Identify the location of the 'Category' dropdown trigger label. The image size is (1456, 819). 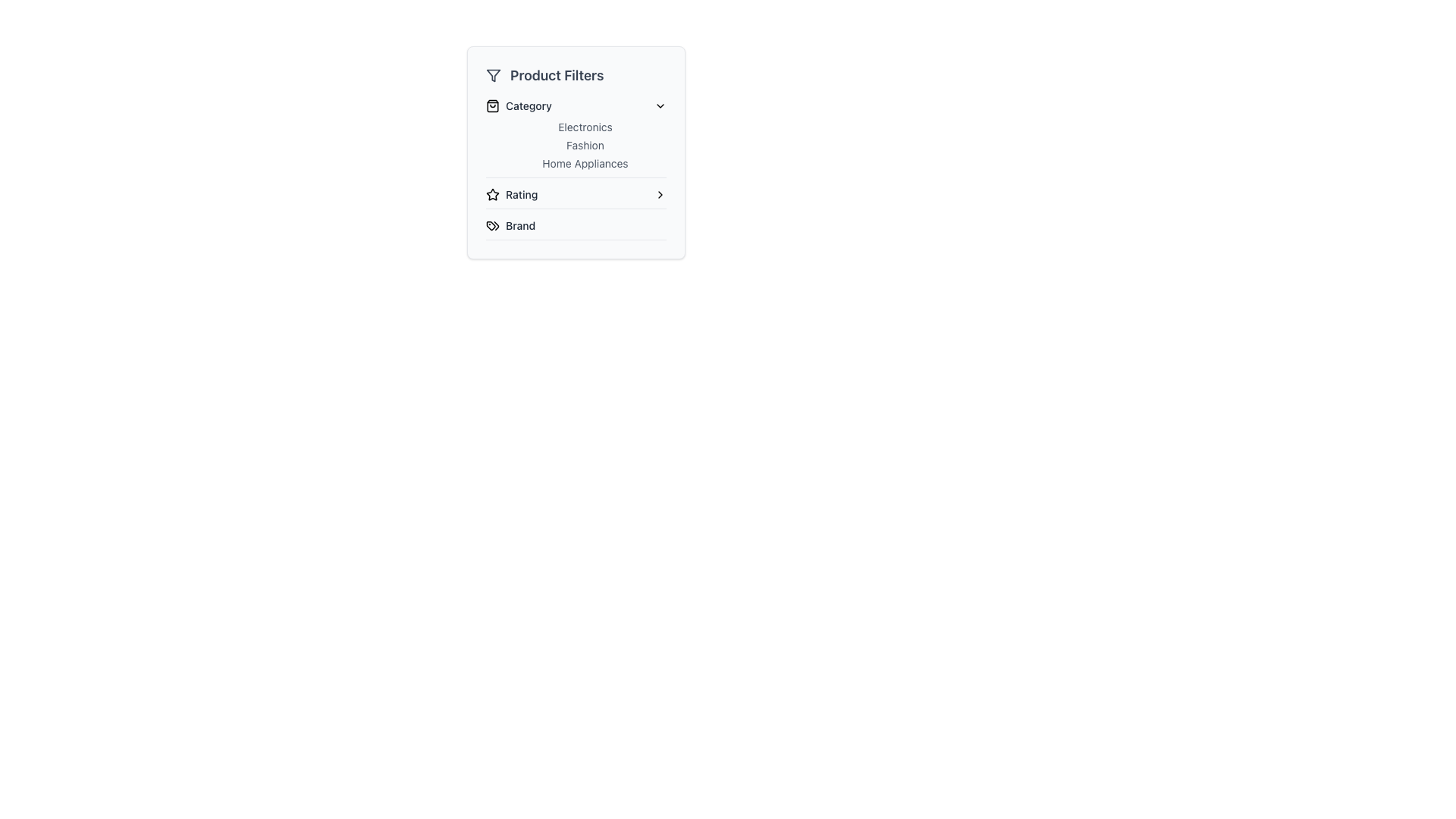
(519, 105).